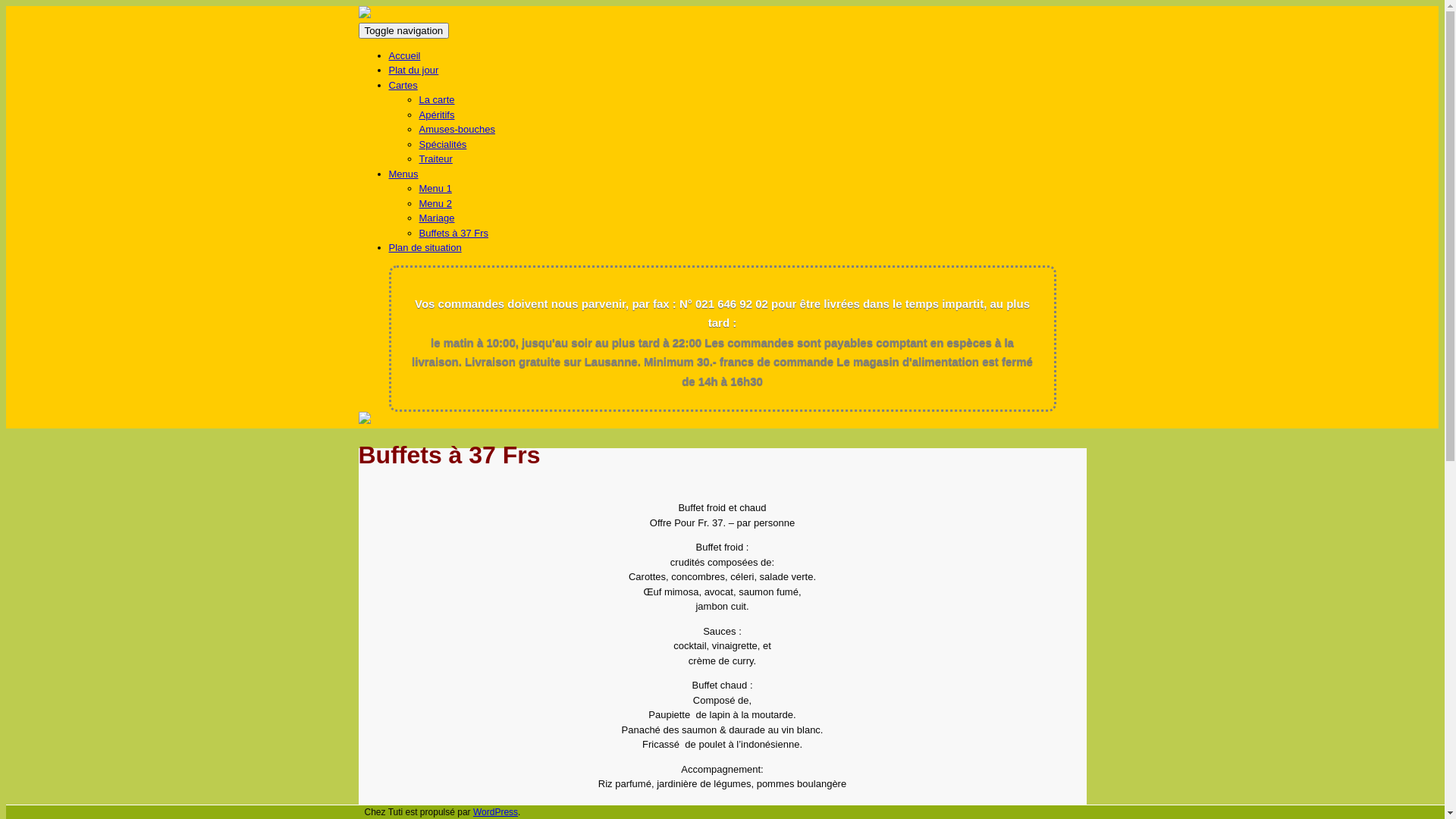  What do you see at coordinates (435, 99) in the screenshot?
I see `'La carte'` at bounding box center [435, 99].